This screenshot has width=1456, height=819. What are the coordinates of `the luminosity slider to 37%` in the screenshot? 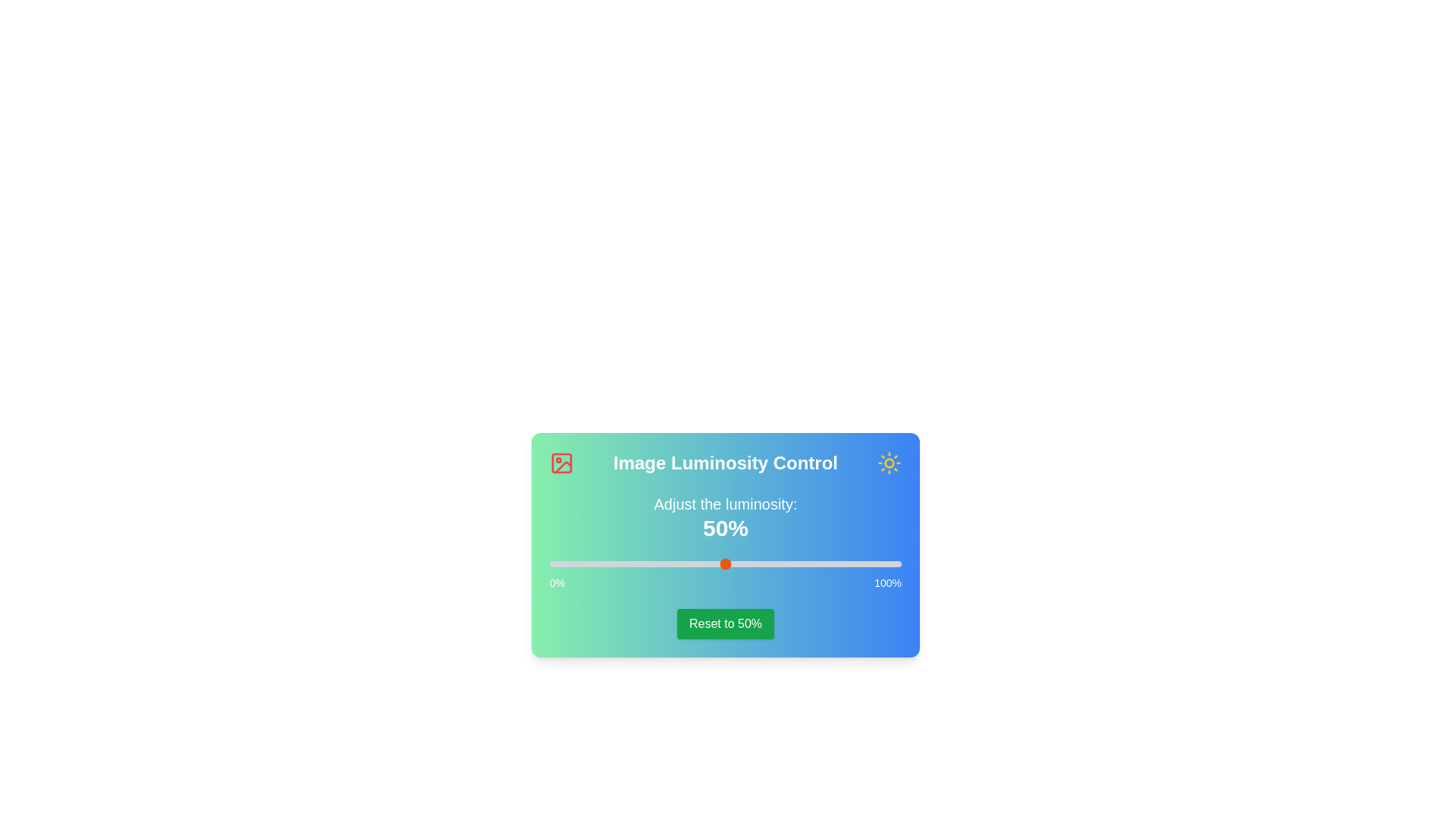 It's located at (679, 564).